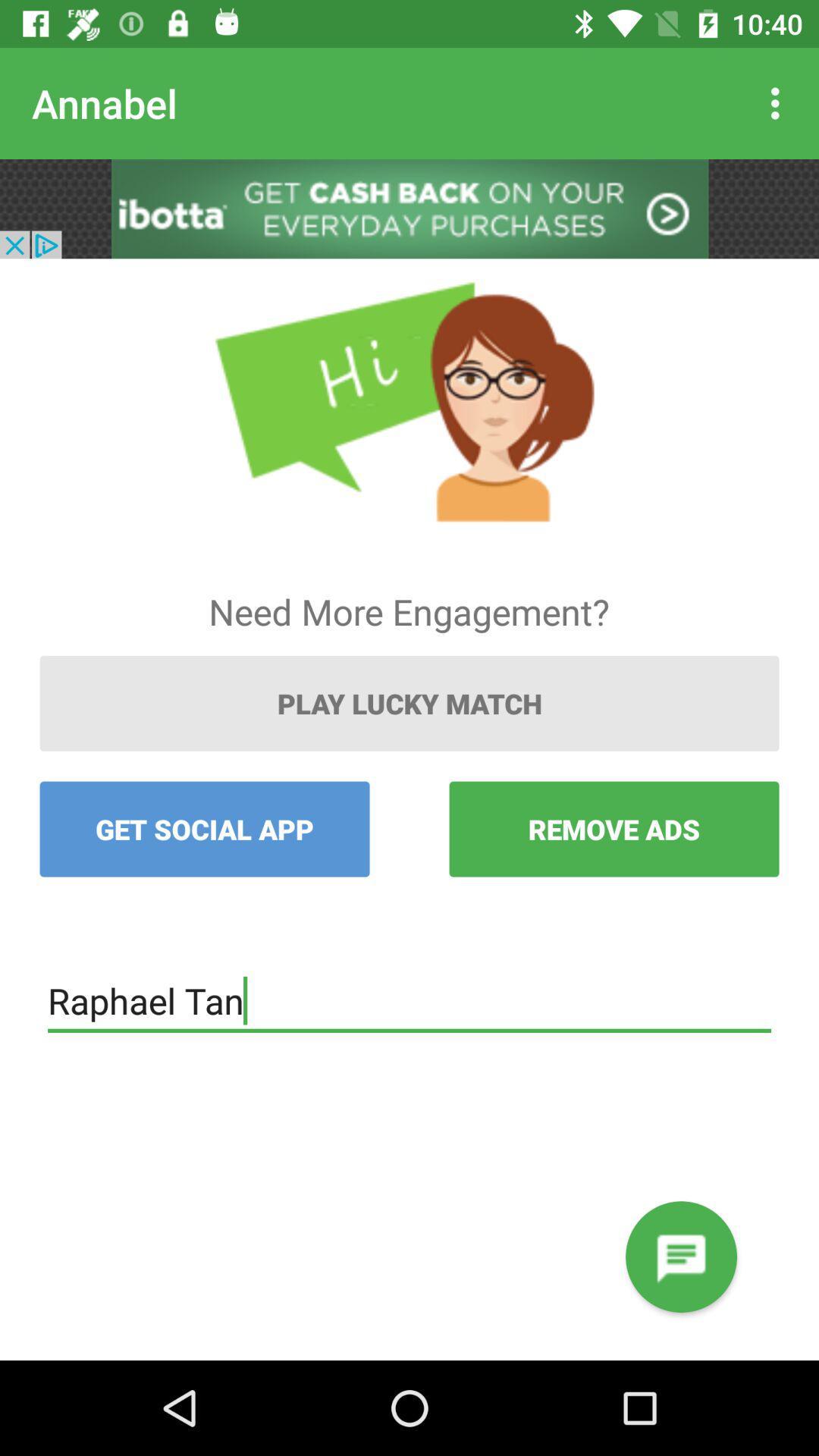 The image size is (819, 1456). What do you see at coordinates (680, 1257) in the screenshot?
I see `write message` at bounding box center [680, 1257].